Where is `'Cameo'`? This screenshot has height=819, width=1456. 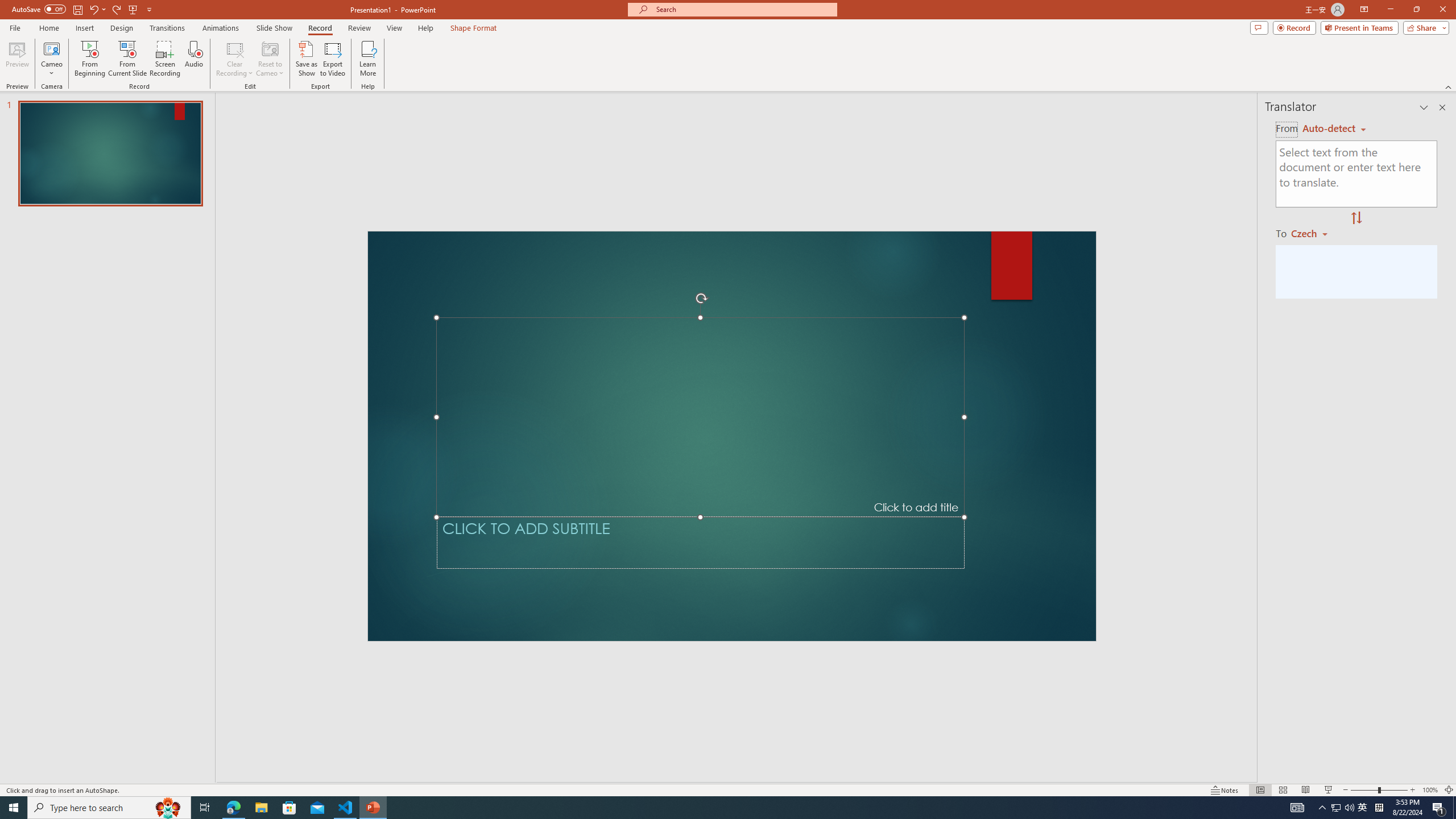
'Cameo' is located at coordinates (51, 48).